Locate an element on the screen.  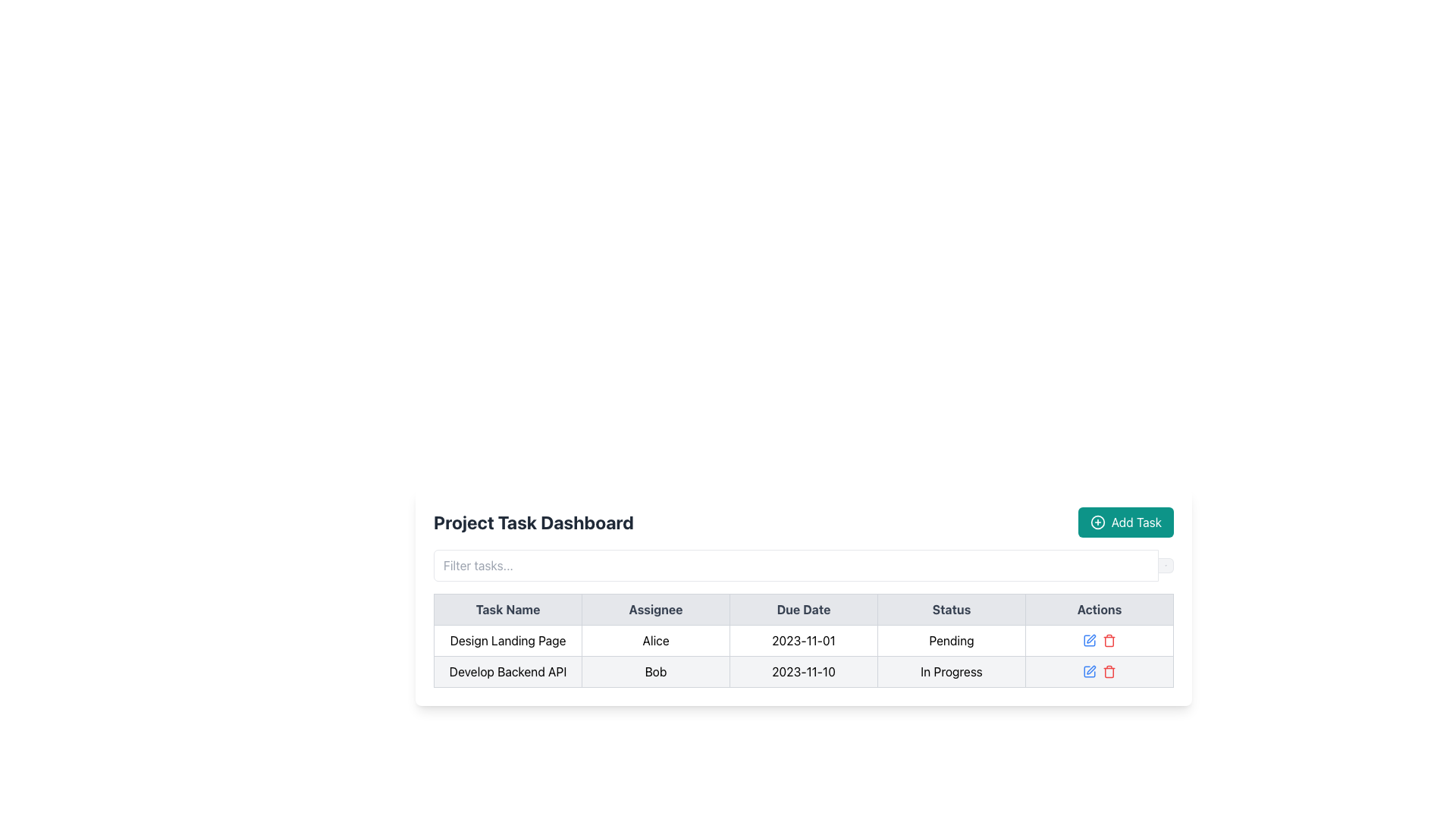
the table header cell labeled 'Actions', which is the fifth column header in the task management dashboard table is located at coordinates (1099, 608).